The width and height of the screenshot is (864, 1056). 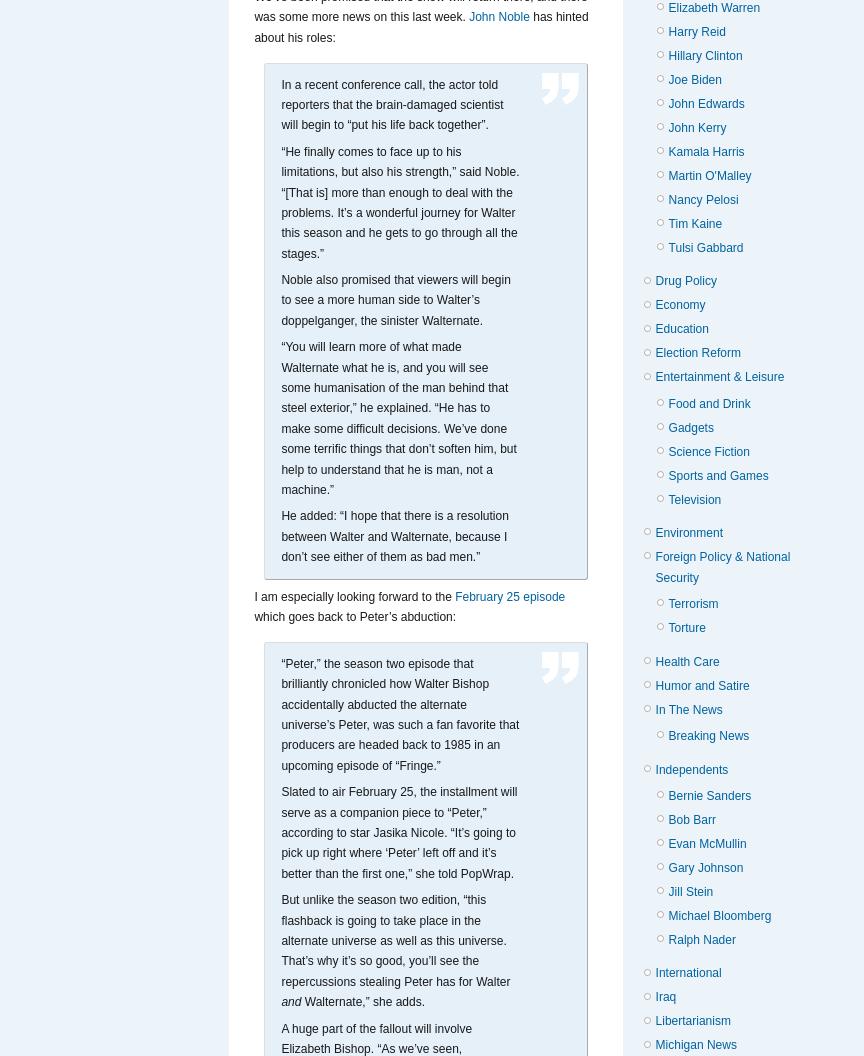 I want to click on 'Joe Biden', so click(x=694, y=77).